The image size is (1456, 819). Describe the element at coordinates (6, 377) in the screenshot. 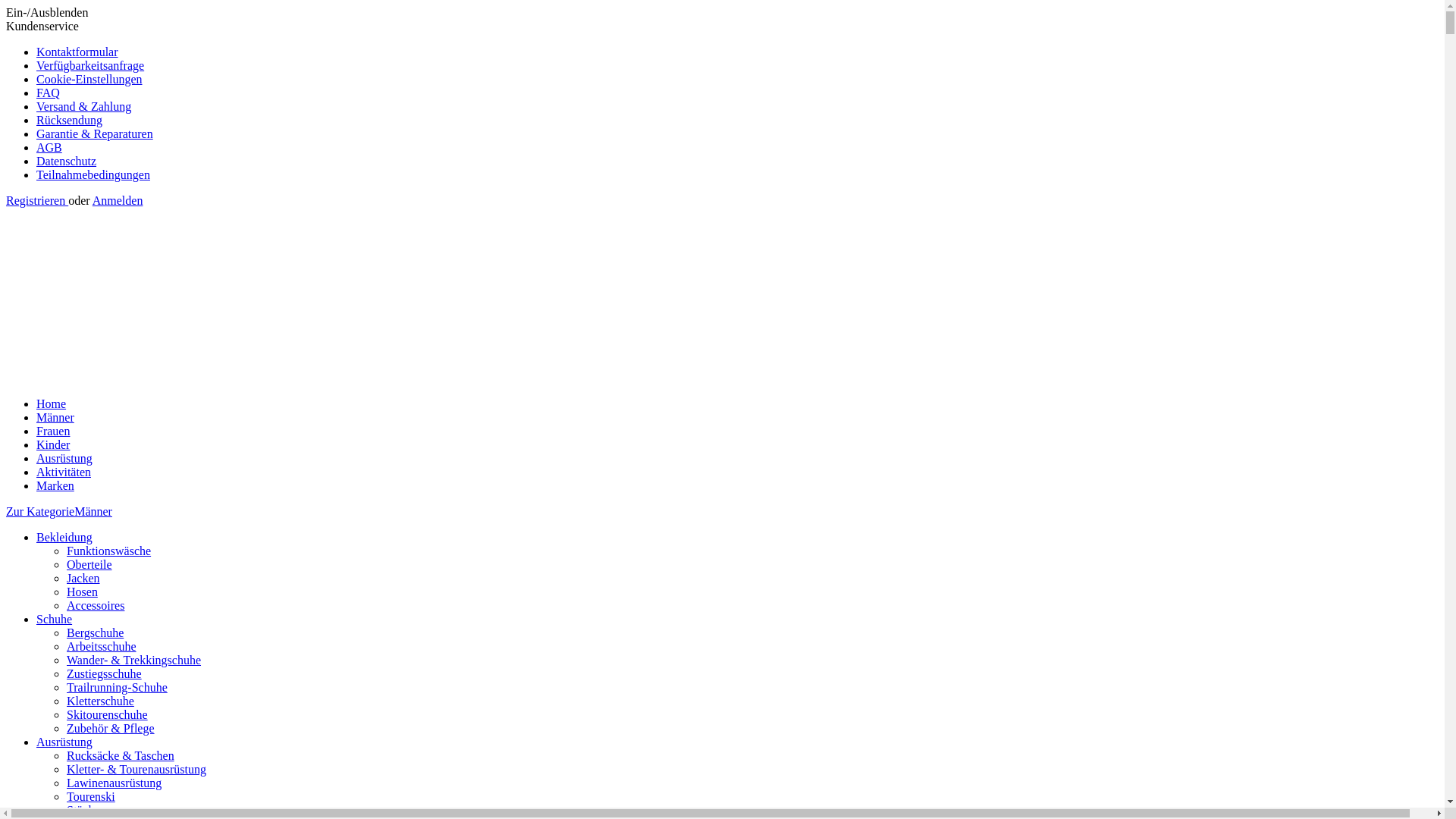

I see `'Alpine Outfitters - zur Startseite wechseln'` at that location.